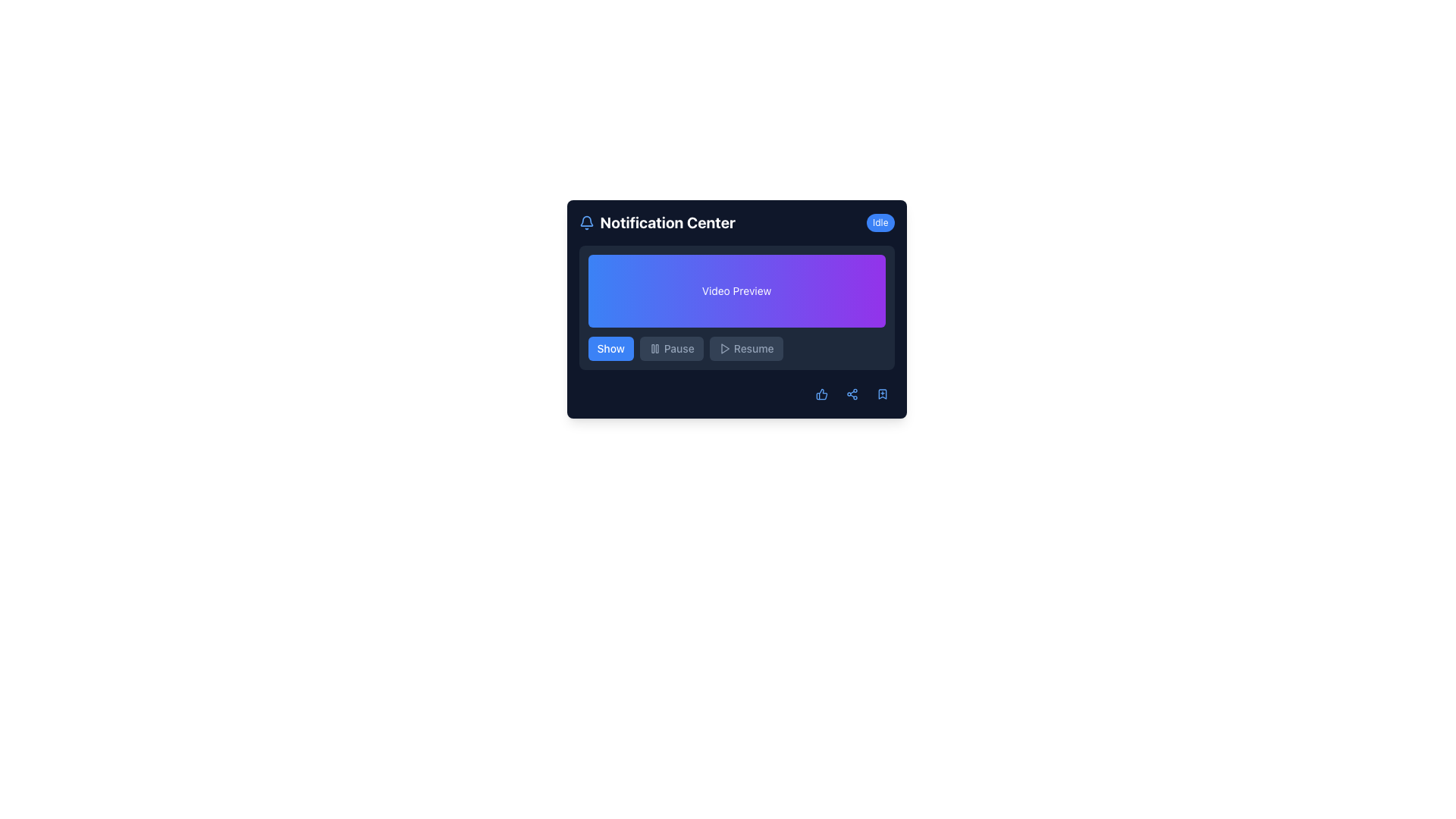 Image resolution: width=1456 pixels, height=819 pixels. I want to click on the play button icon of the 'Resume' button located at the bottom right section of the primary content area, so click(723, 348).